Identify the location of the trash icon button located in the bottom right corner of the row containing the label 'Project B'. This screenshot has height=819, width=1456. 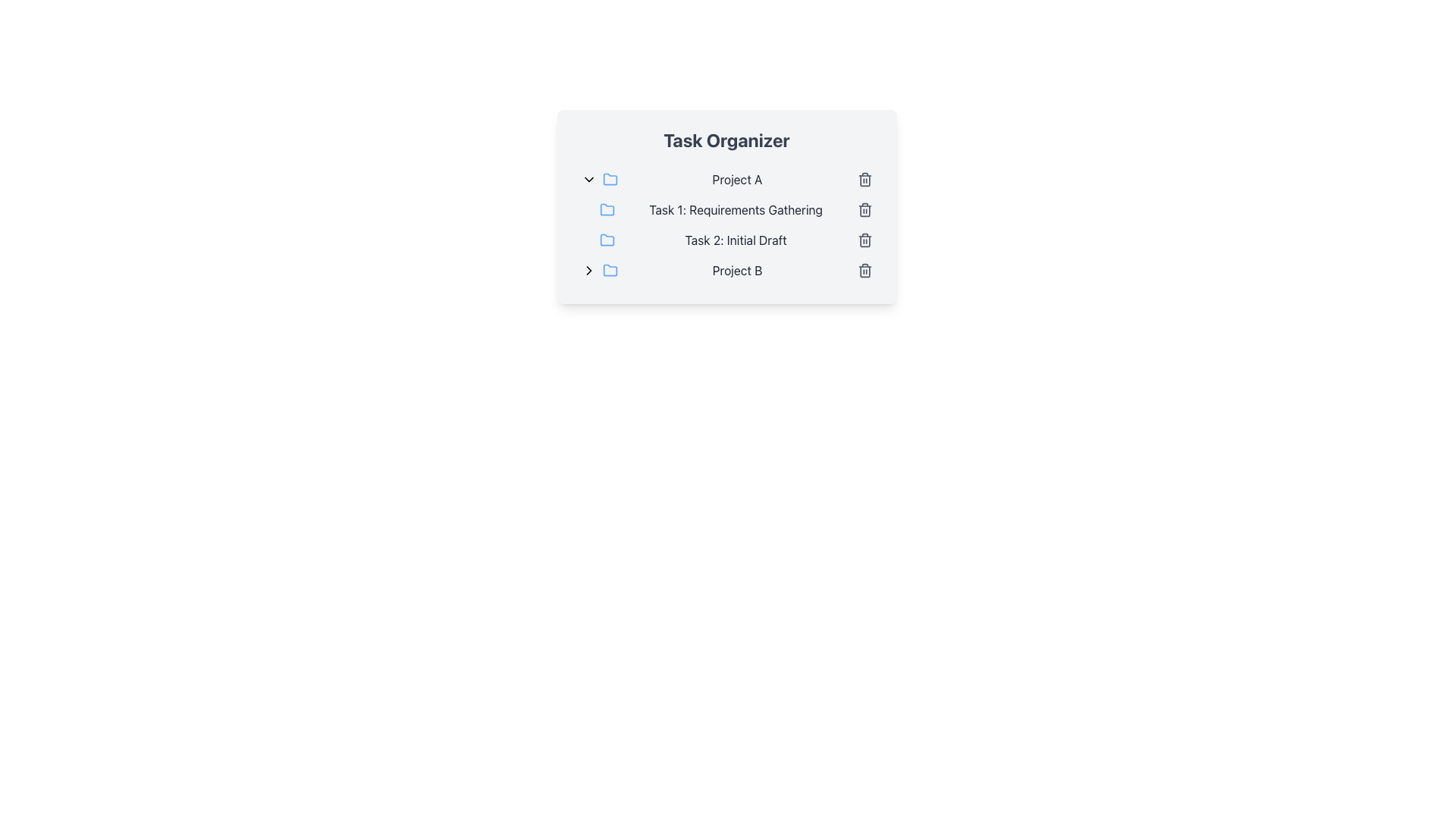
(864, 270).